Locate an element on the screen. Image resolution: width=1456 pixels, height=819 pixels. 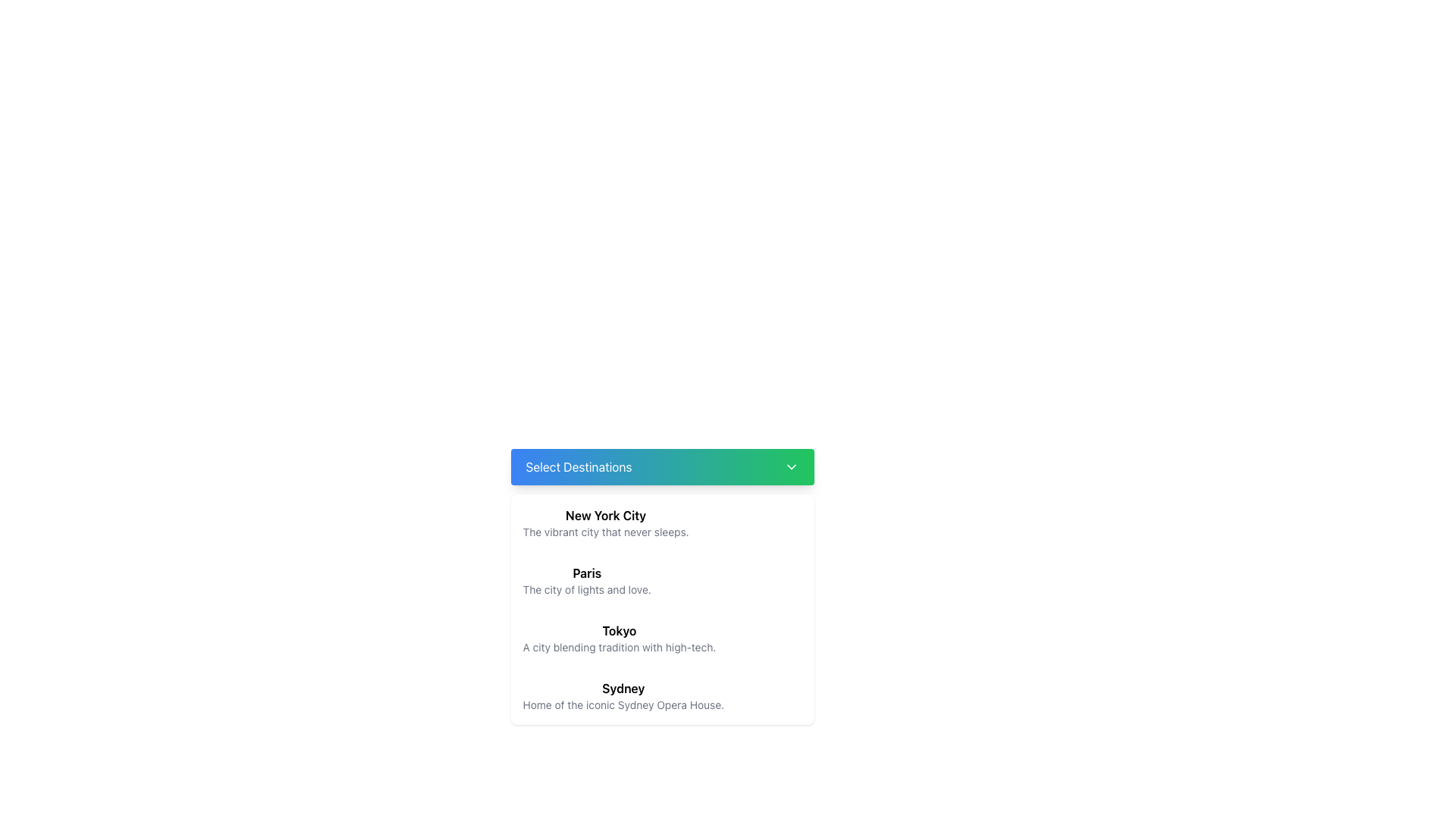
the Text Block that displays an option in a list of destinations, specifically the third item below 'Paris' and above 'Sydney' is located at coordinates (619, 638).